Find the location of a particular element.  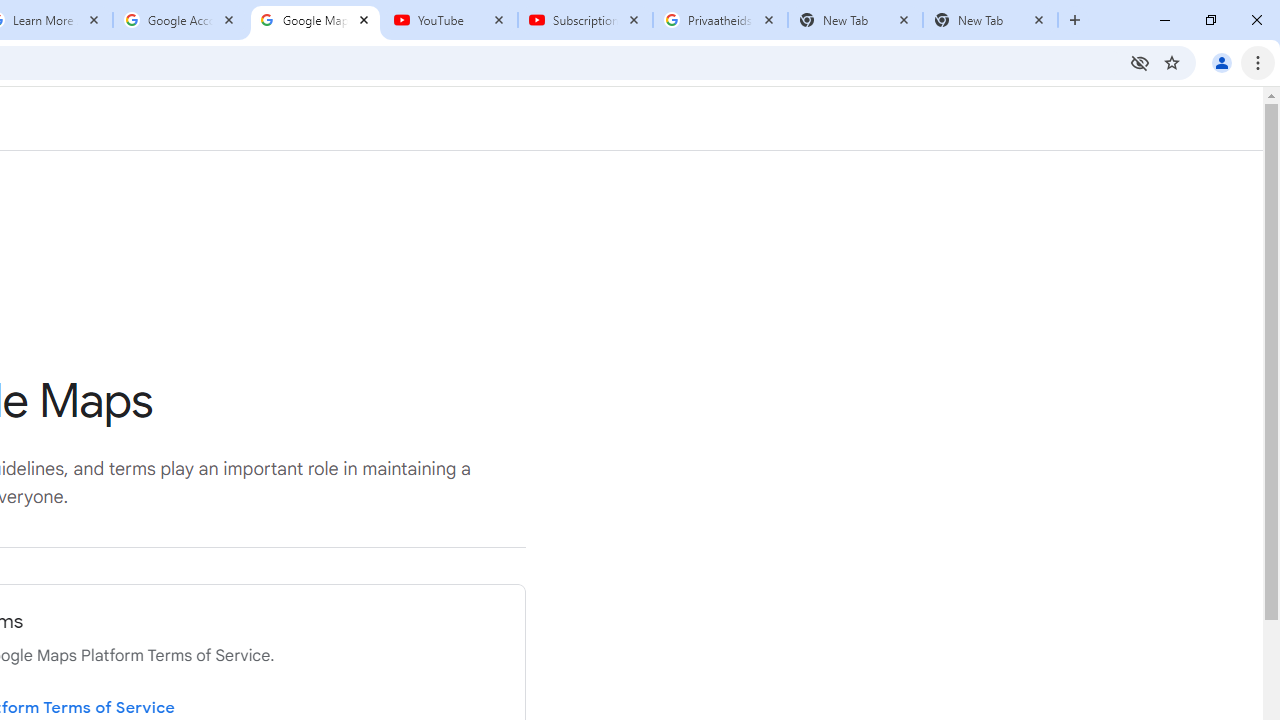

'Google Maps Policies and Guidelines - Transparency Center' is located at coordinates (314, 20).